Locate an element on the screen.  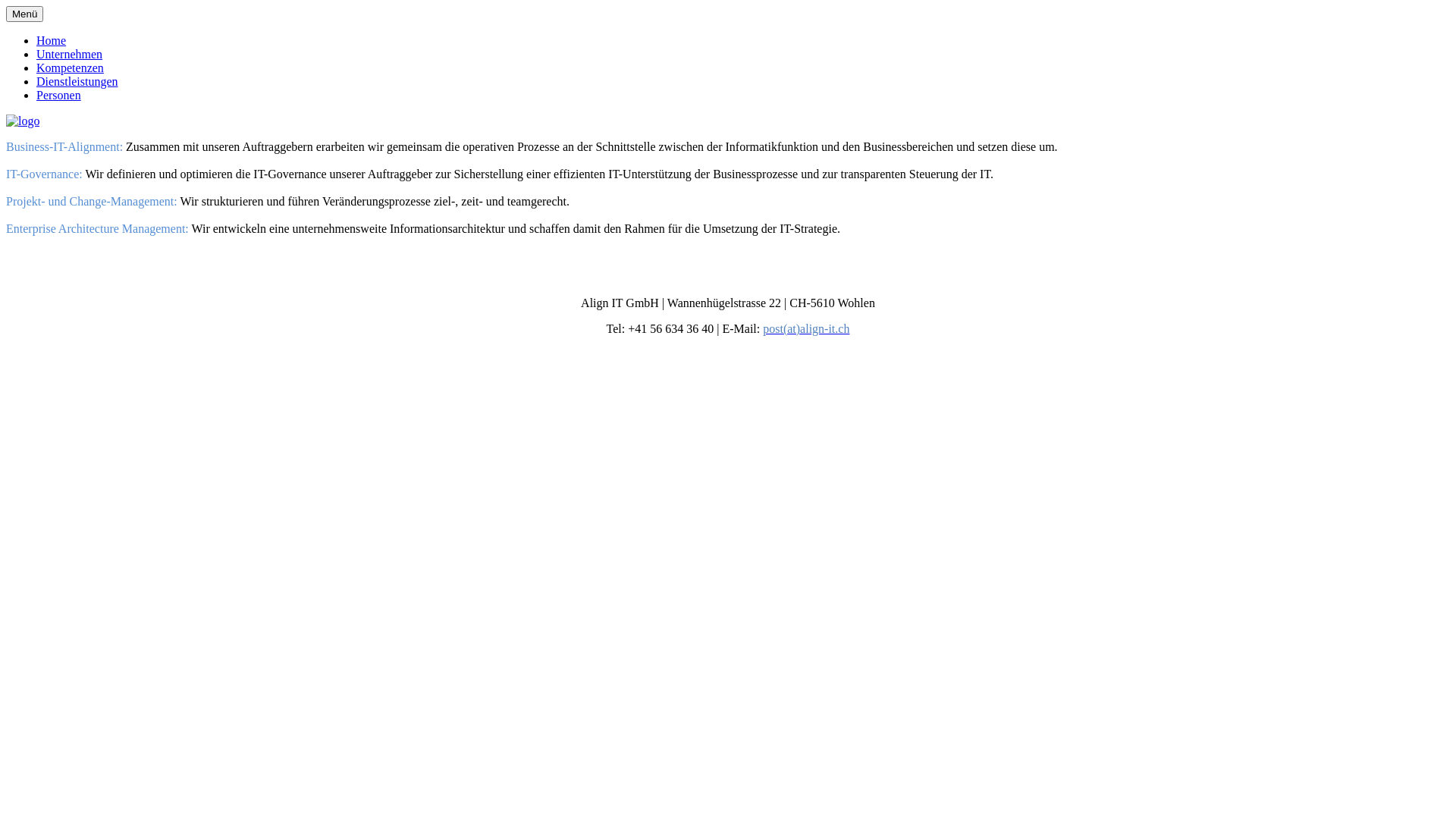
'logo' is located at coordinates (6, 120).